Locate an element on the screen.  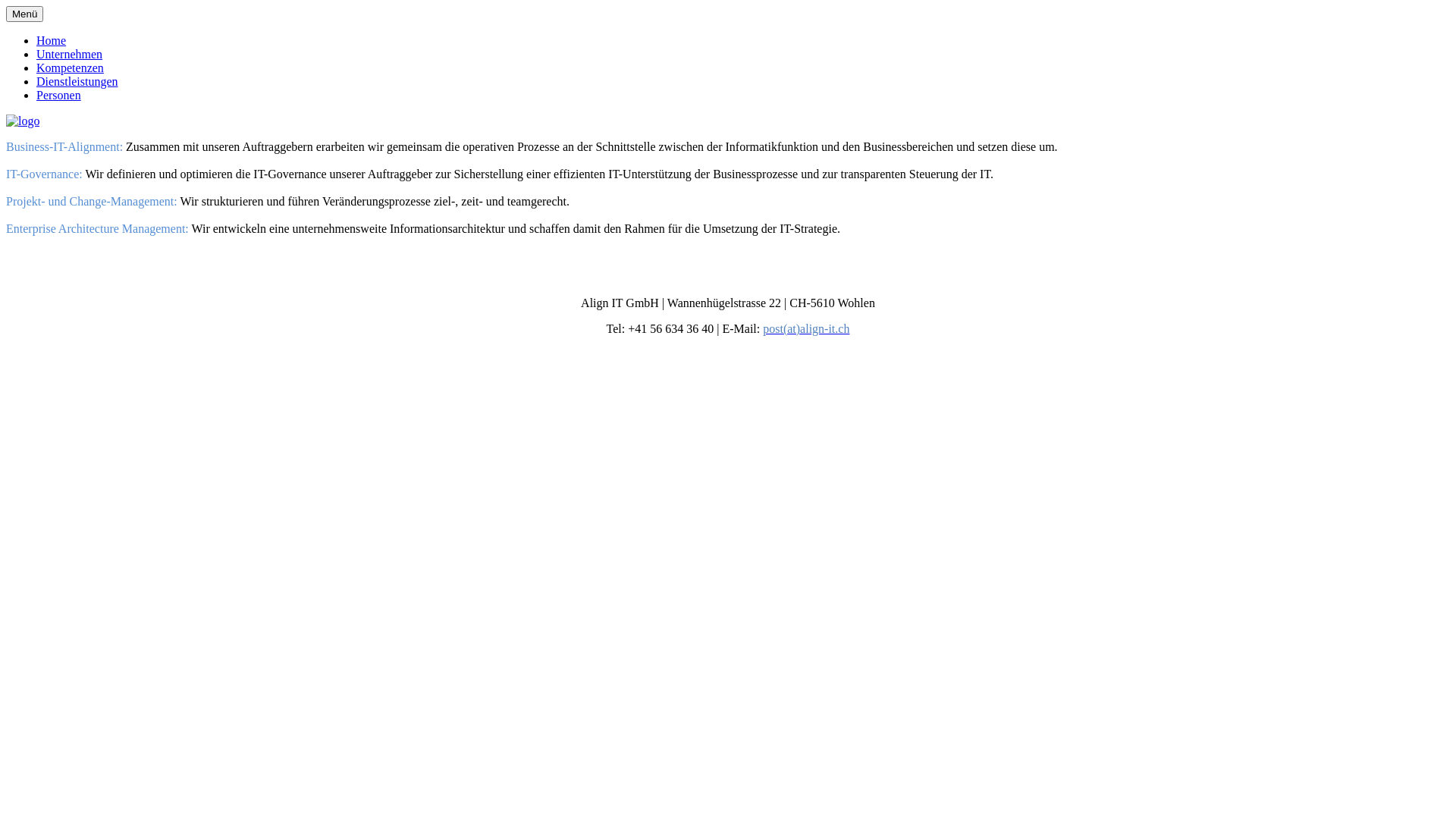
'logo' is located at coordinates (6, 120).